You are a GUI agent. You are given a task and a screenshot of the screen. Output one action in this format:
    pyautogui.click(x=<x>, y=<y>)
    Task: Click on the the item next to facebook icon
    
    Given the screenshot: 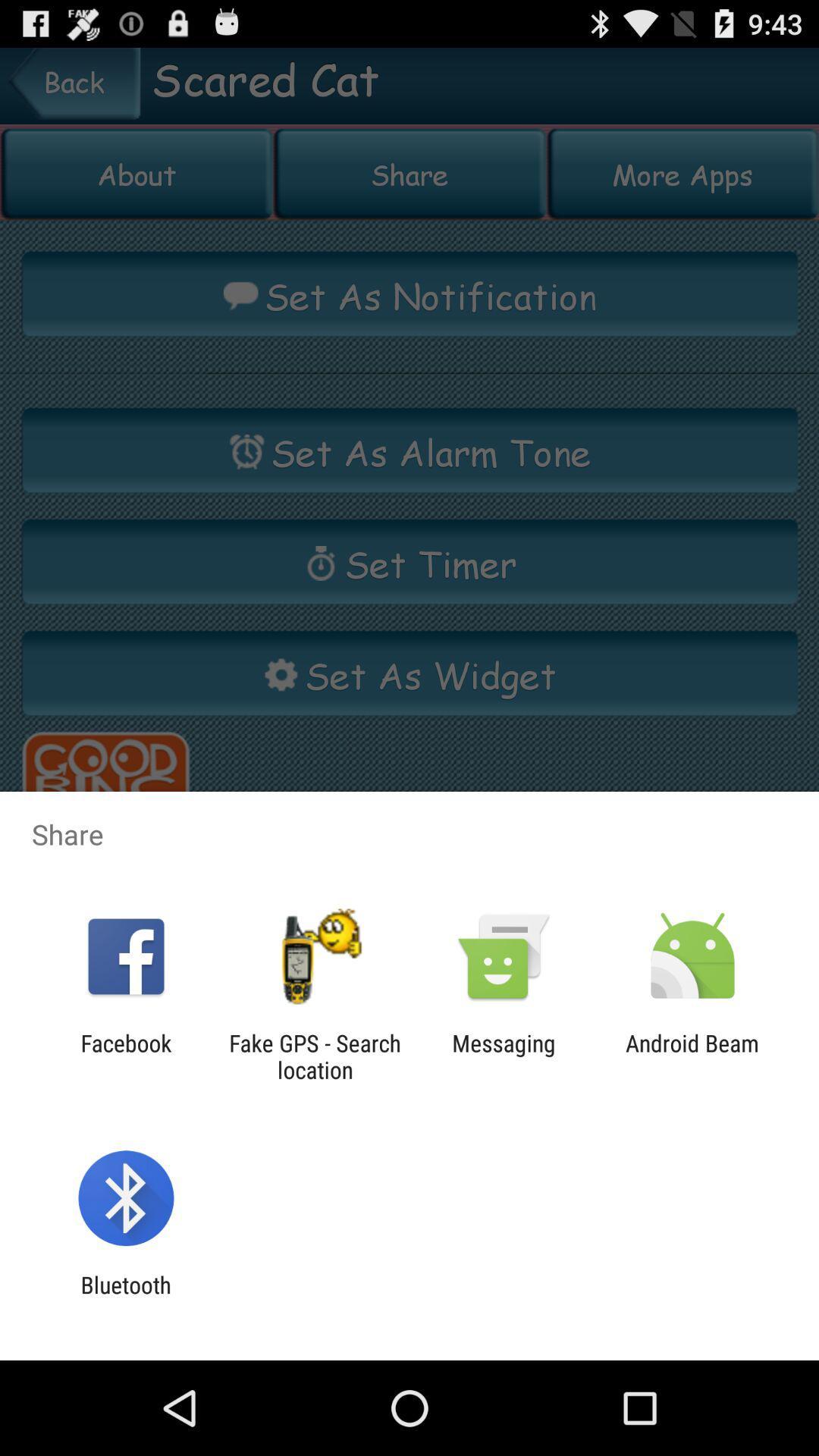 What is the action you would take?
    pyautogui.click(x=314, y=1056)
    